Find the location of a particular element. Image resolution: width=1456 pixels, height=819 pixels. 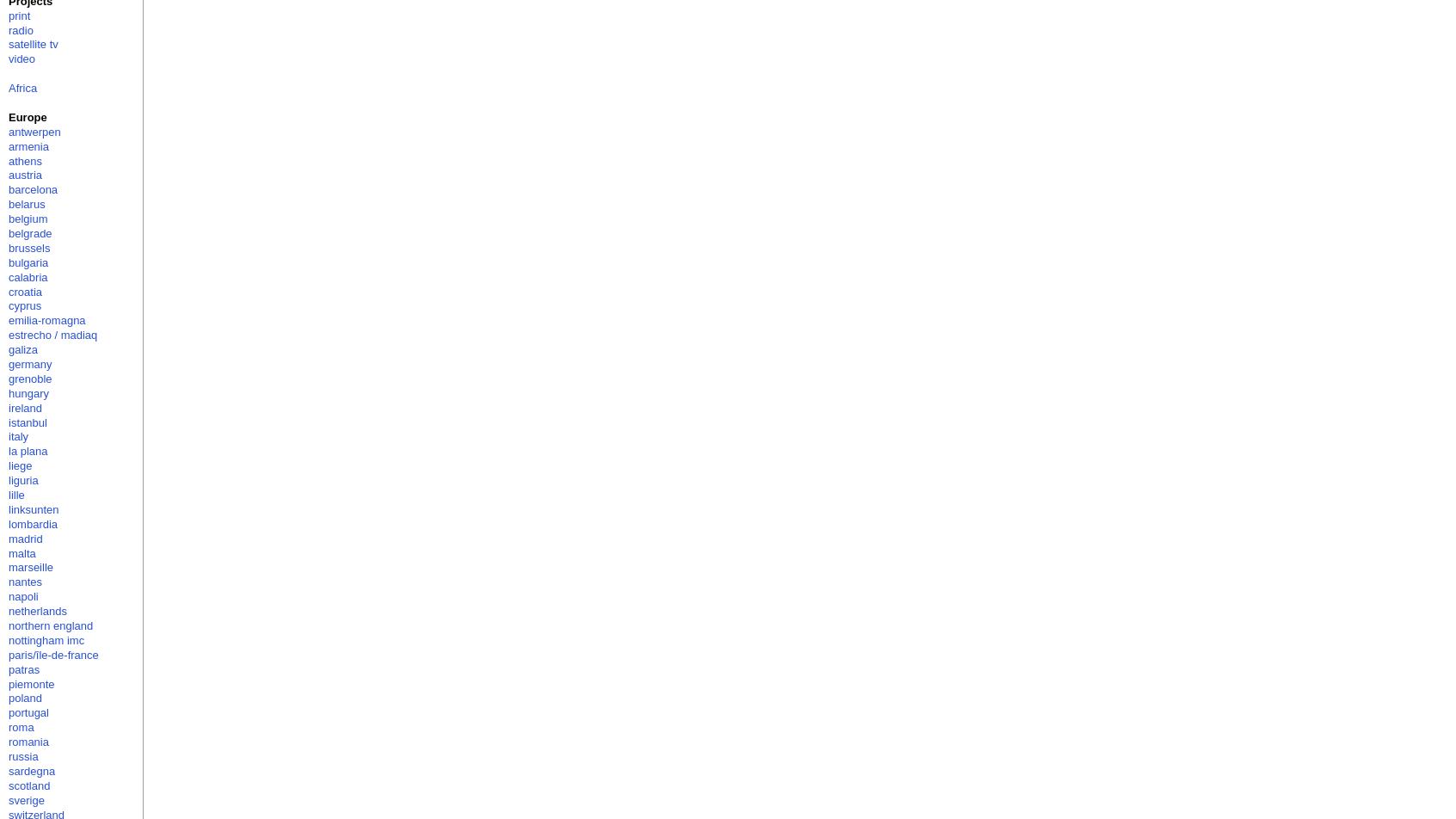

'belarus' is located at coordinates (25, 204).